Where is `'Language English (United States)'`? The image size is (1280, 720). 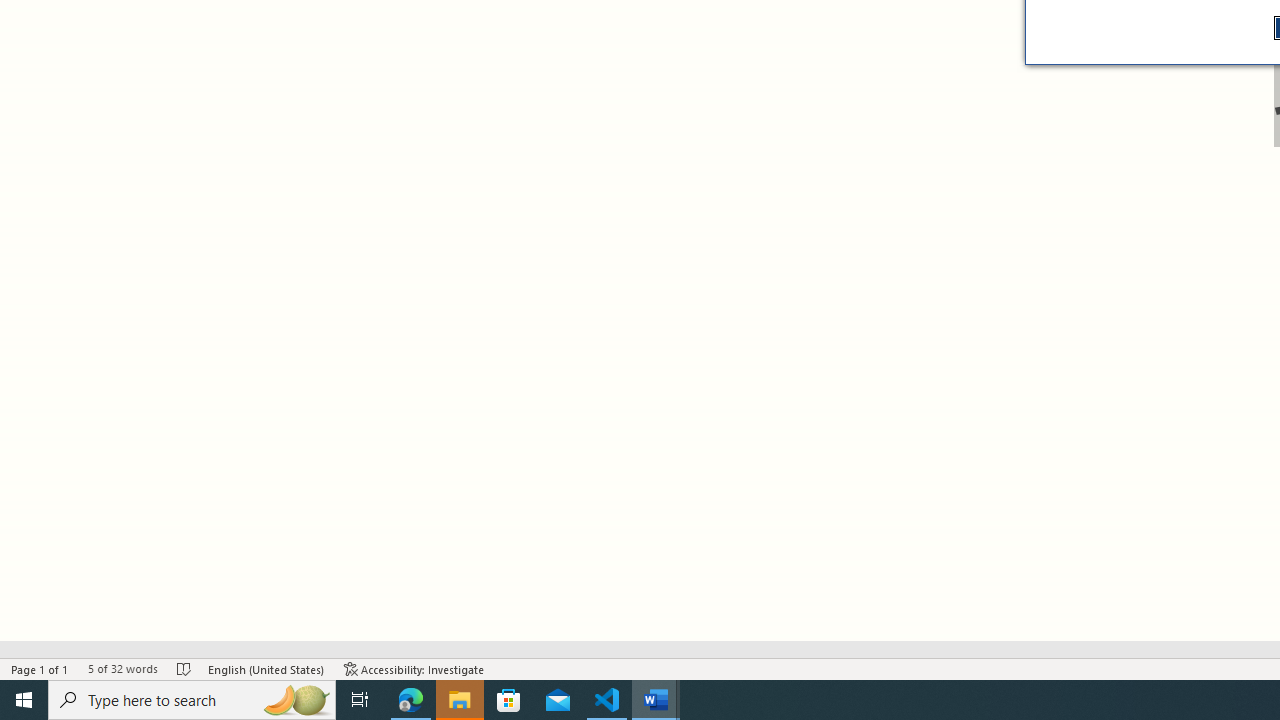 'Language English (United States)' is located at coordinates (265, 669).